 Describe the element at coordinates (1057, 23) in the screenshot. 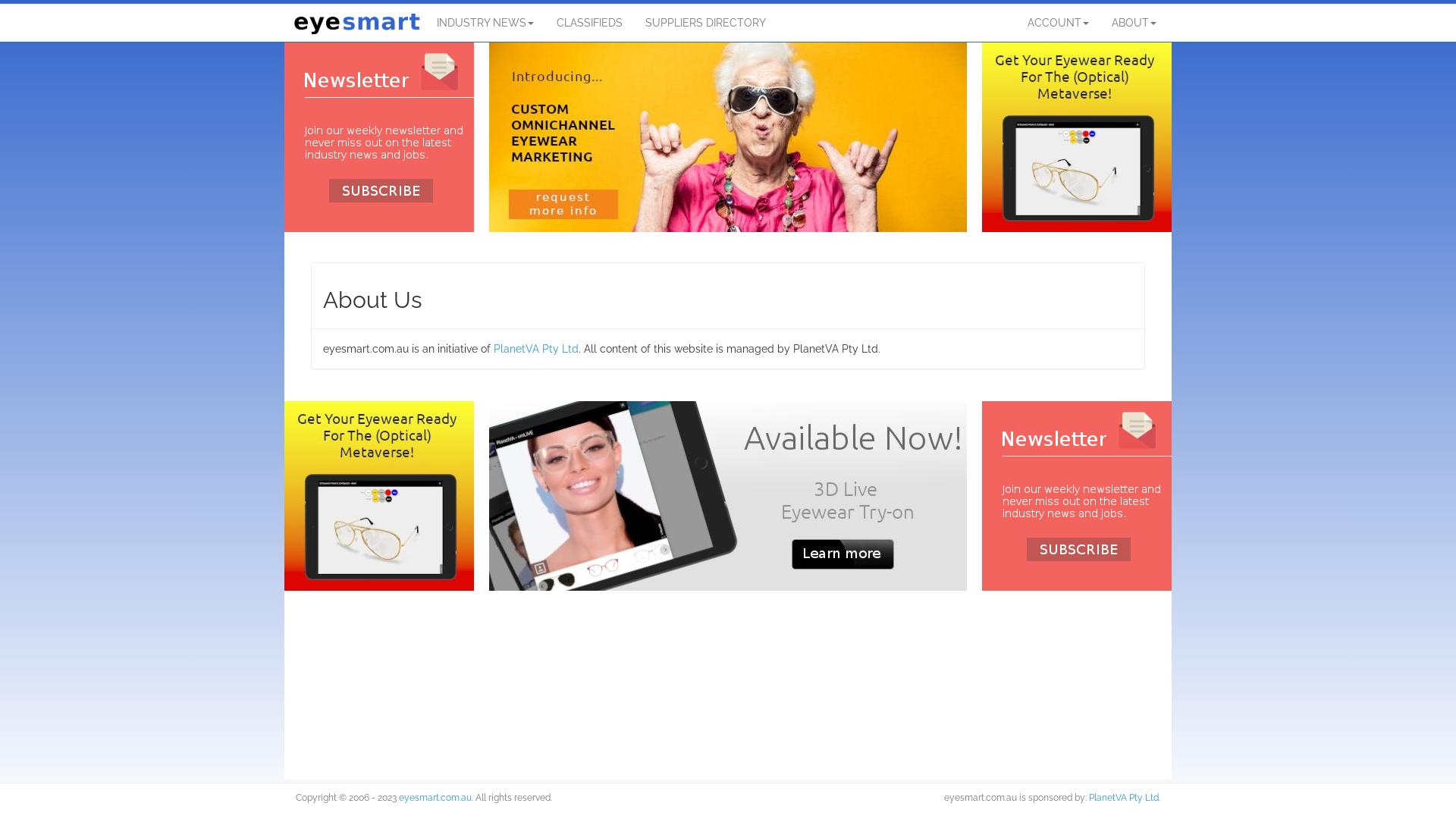

I see `'ACCOUNT'` at that location.